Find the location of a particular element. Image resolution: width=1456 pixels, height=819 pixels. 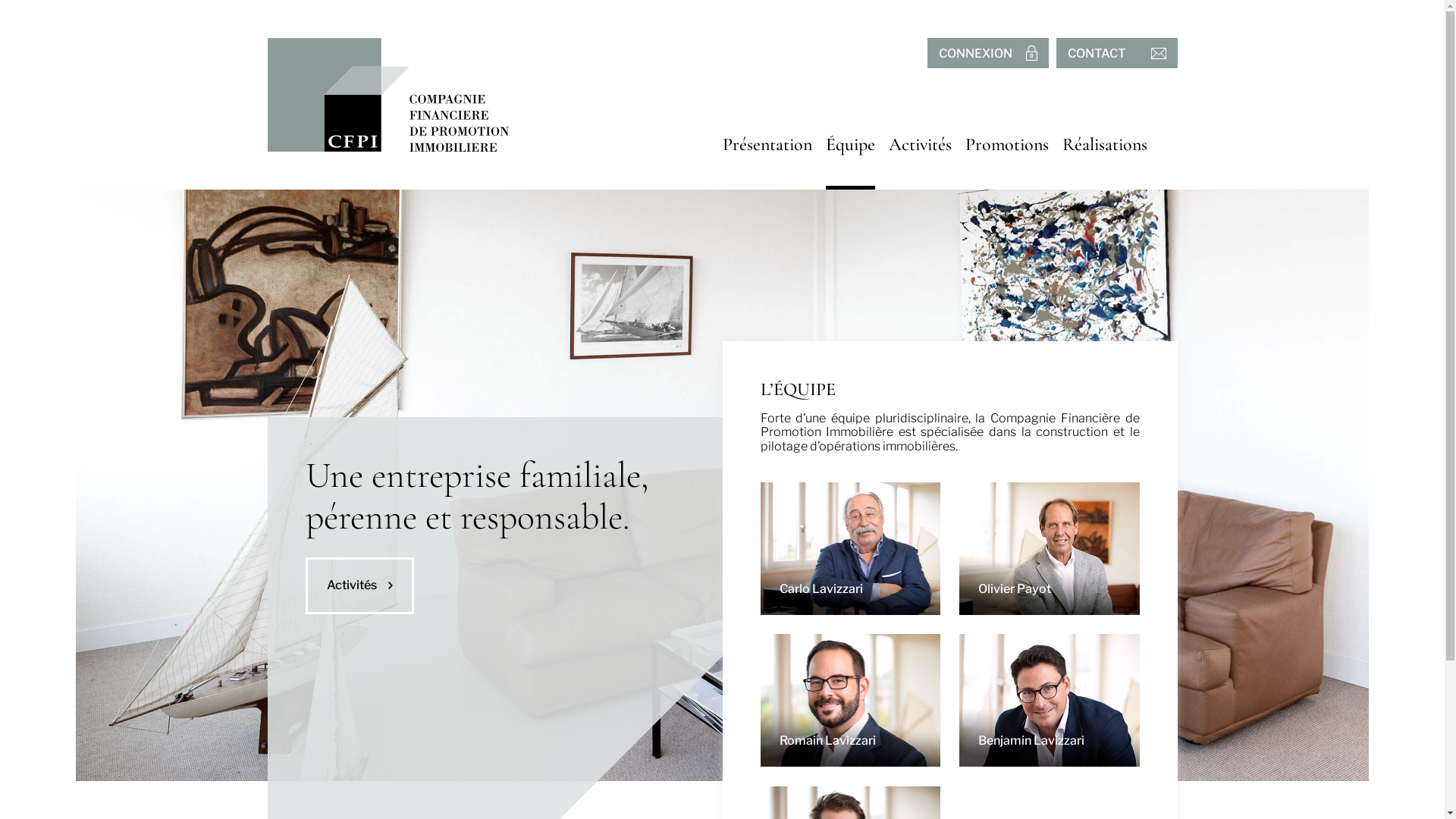

'Benjamin Lavizzari' is located at coordinates (959, 700).